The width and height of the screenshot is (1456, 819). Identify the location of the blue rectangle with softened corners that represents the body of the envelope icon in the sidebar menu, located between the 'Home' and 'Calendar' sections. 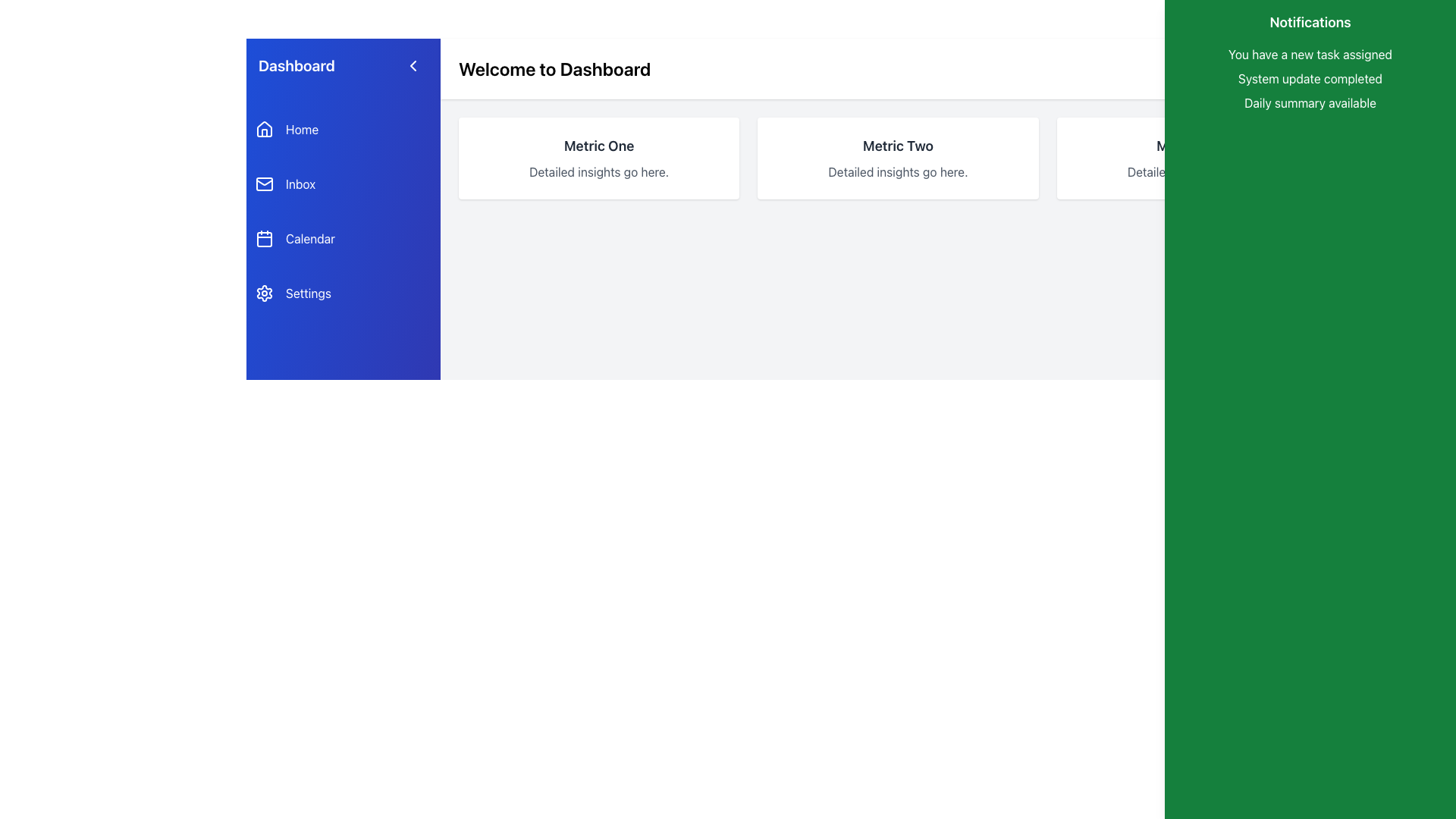
(265, 184).